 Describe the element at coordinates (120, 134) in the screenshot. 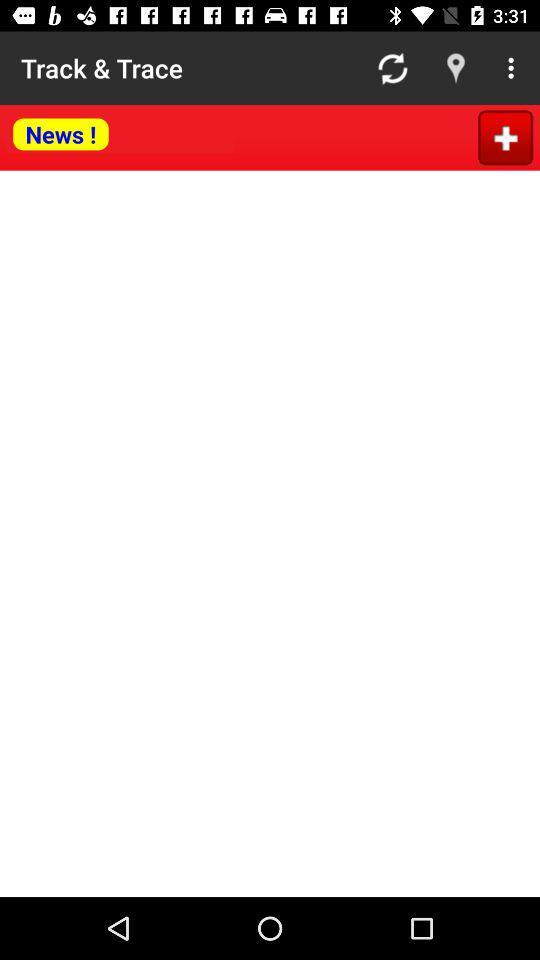

I see `see the news` at that location.